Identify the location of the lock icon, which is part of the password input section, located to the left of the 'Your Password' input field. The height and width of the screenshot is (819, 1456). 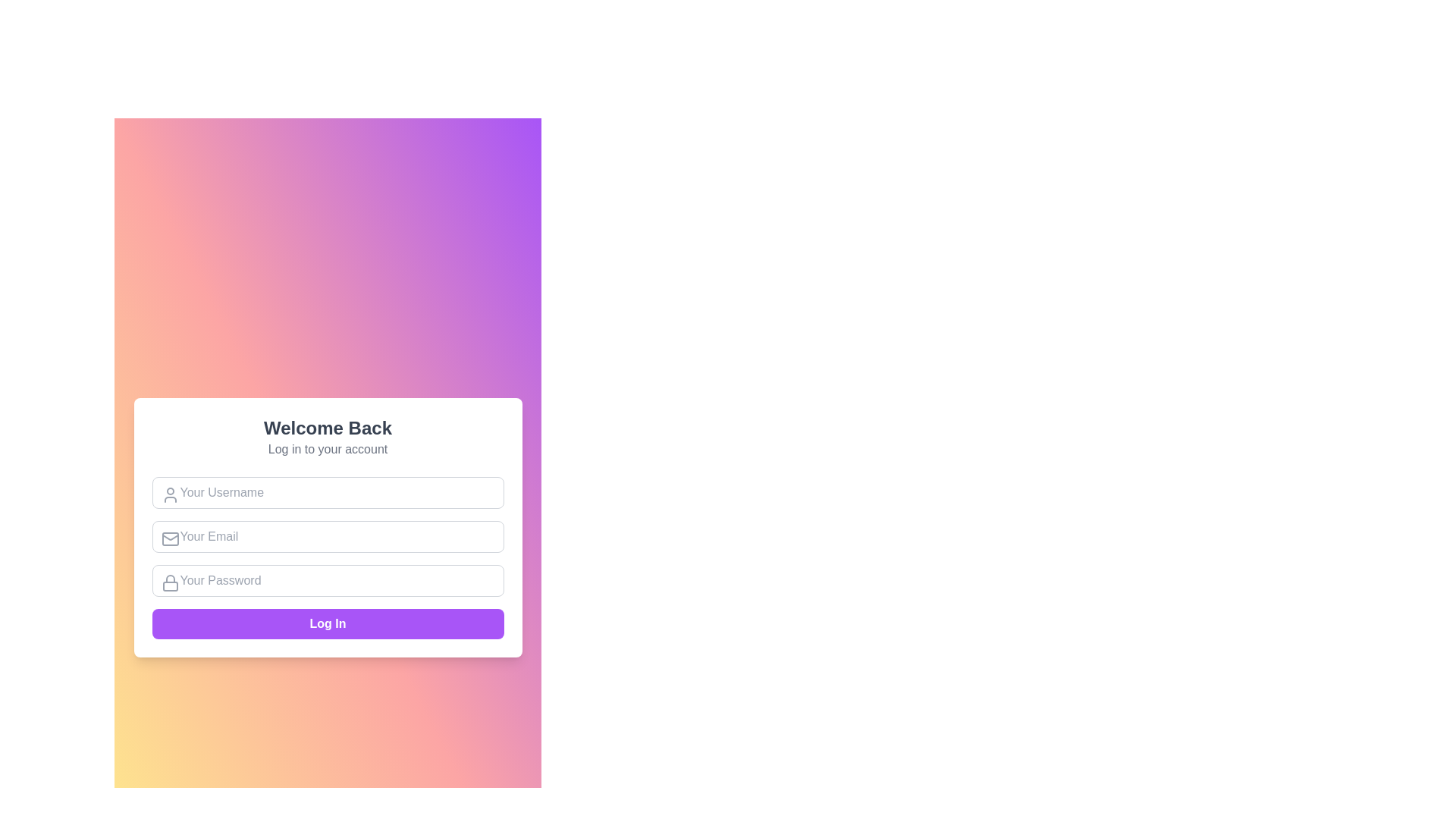
(170, 579).